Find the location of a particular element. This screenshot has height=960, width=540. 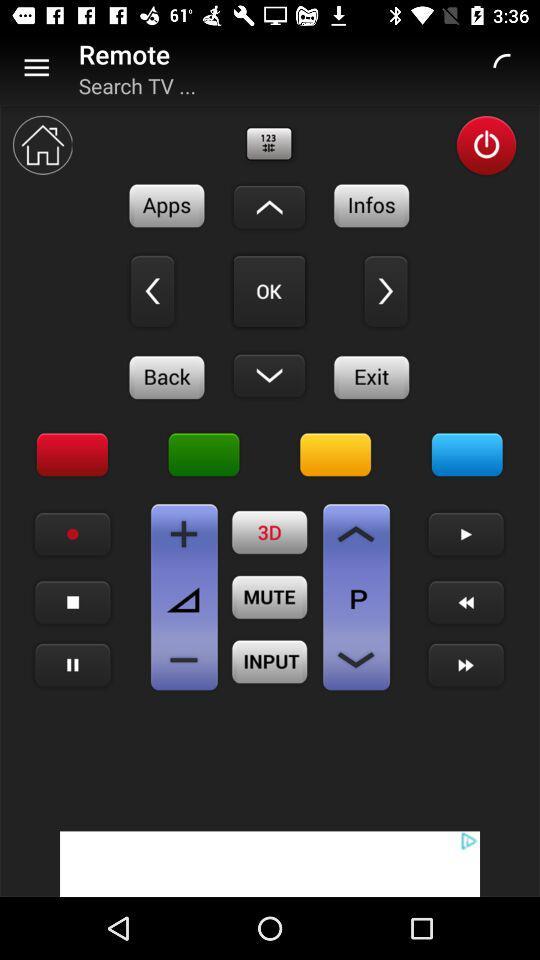

click the ok button is located at coordinates (269, 290).